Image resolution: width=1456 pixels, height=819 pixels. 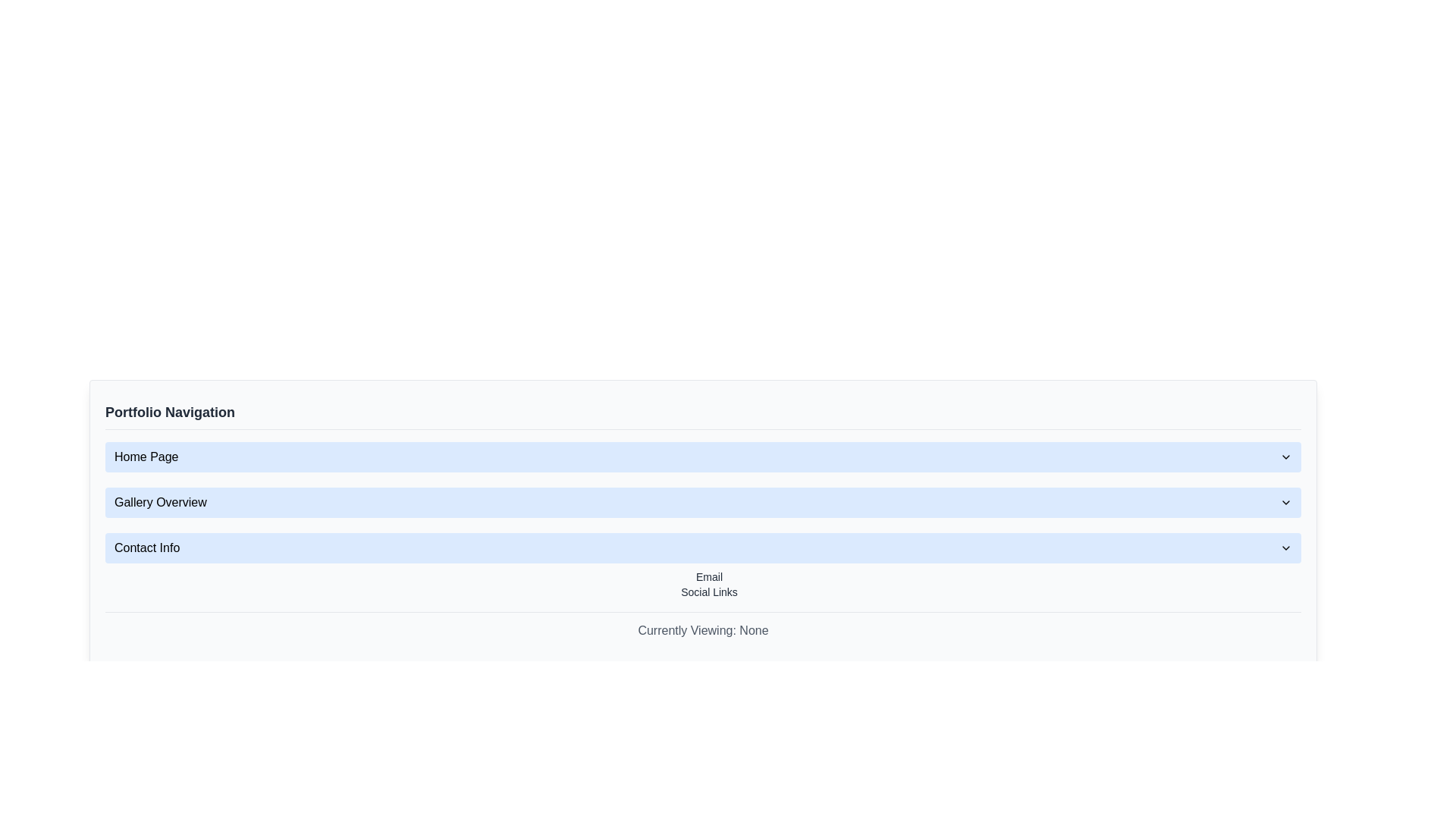 What do you see at coordinates (1285, 456) in the screenshot?
I see `the downward-pointing chevron icon located on the right side of the 'Home Page' button` at bounding box center [1285, 456].